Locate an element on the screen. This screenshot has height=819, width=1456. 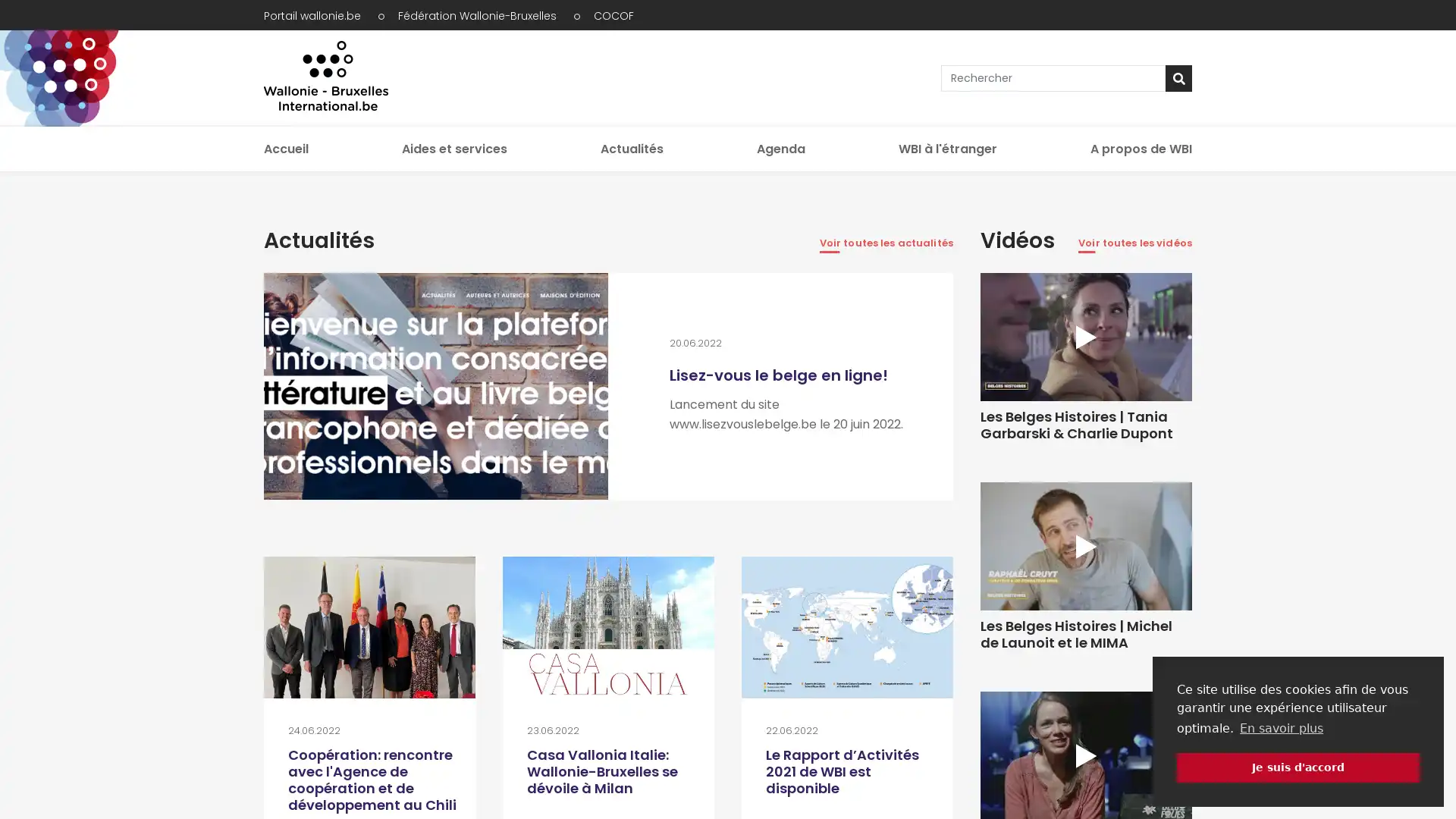
dismiss cookie message is located at coordinates (1298, 767).